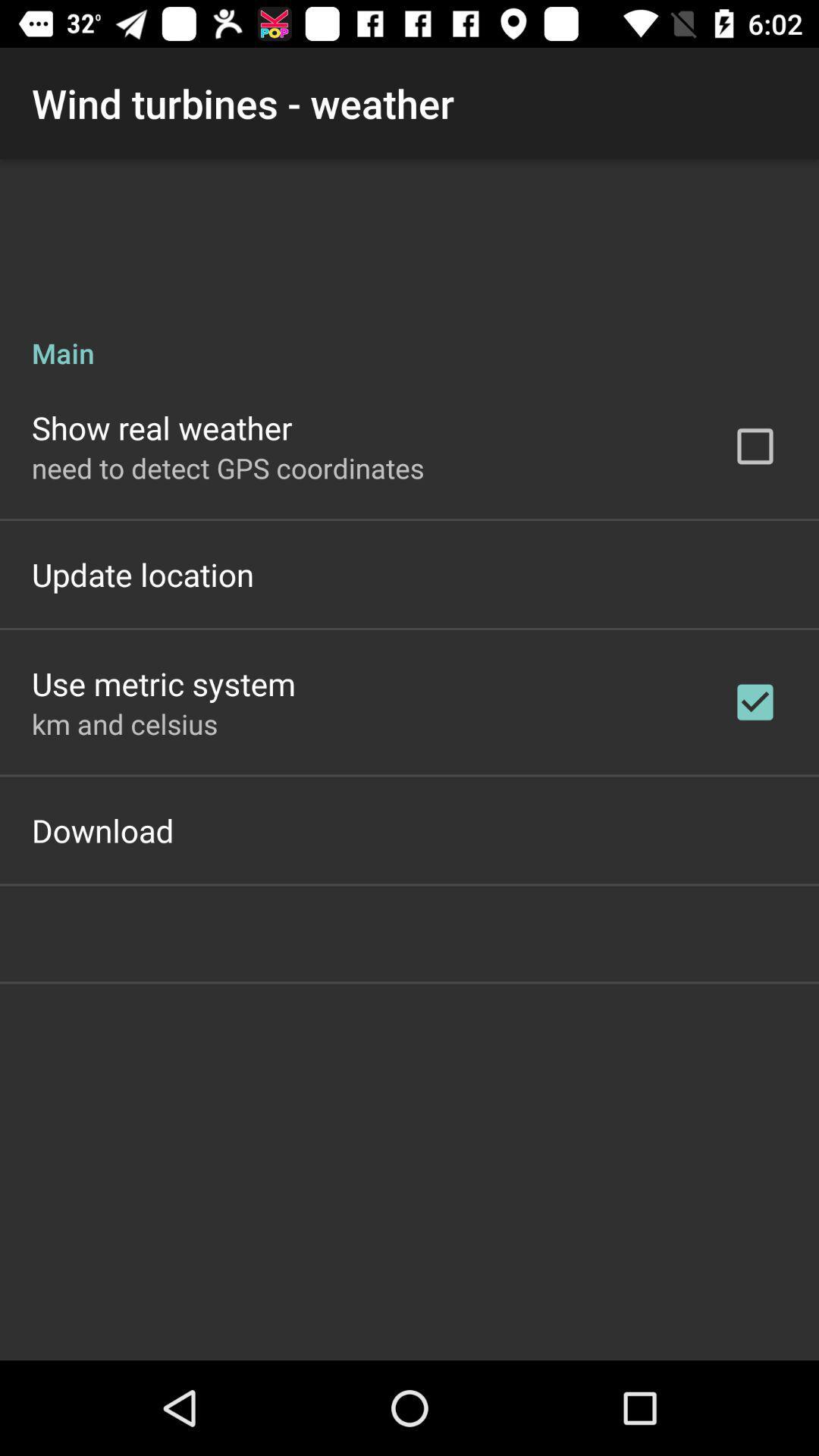 This screenshot has width=819, height=1456. What do you see at coordinates (102, 829) in the screenshot?
I see `the download item` at bounding box center [102, 829].